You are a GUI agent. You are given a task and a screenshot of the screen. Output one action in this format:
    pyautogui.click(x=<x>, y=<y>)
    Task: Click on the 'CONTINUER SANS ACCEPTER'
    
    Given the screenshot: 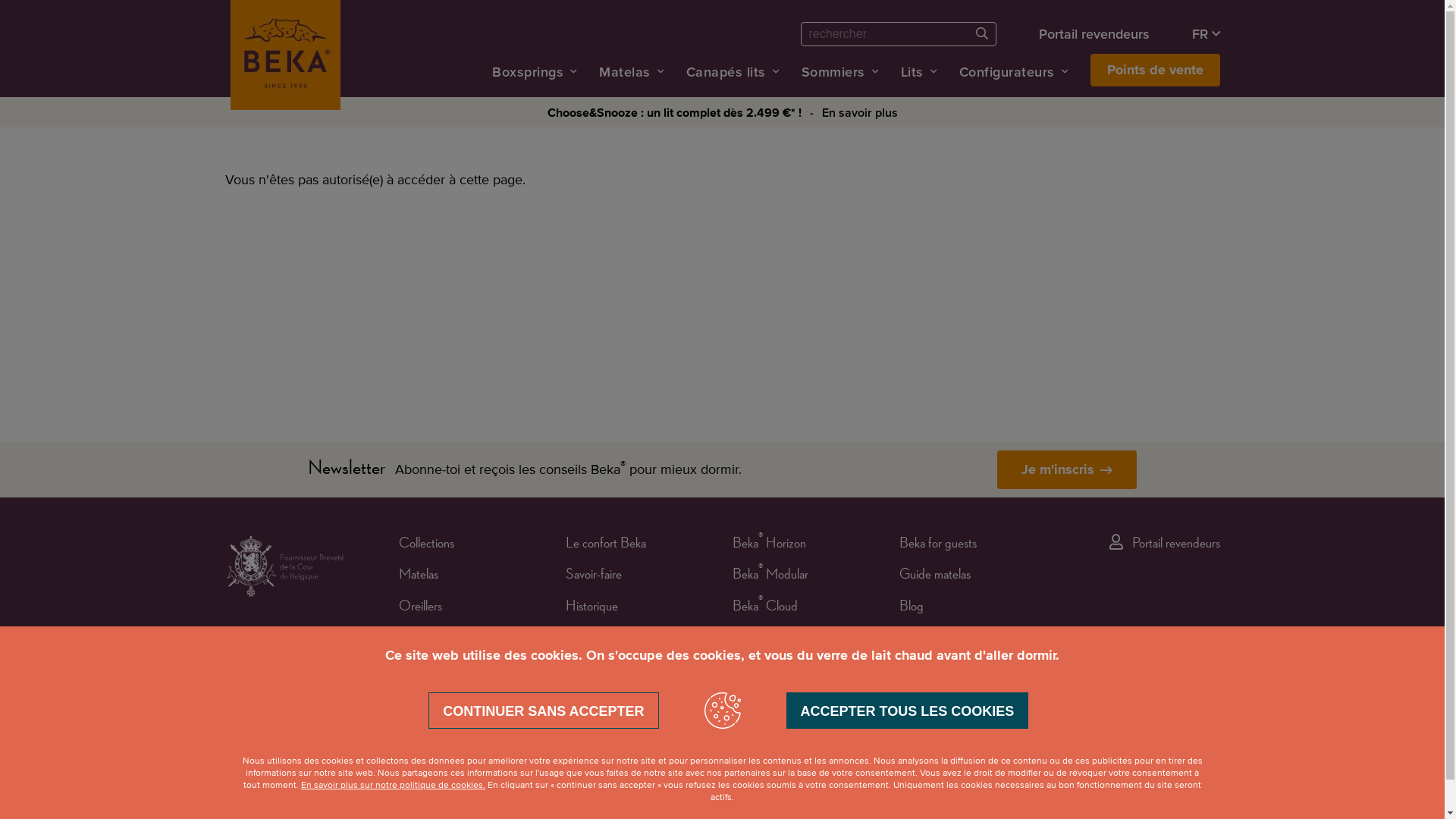 What is the action you would take?
    pyautogui.click(x=543, y=711)
    